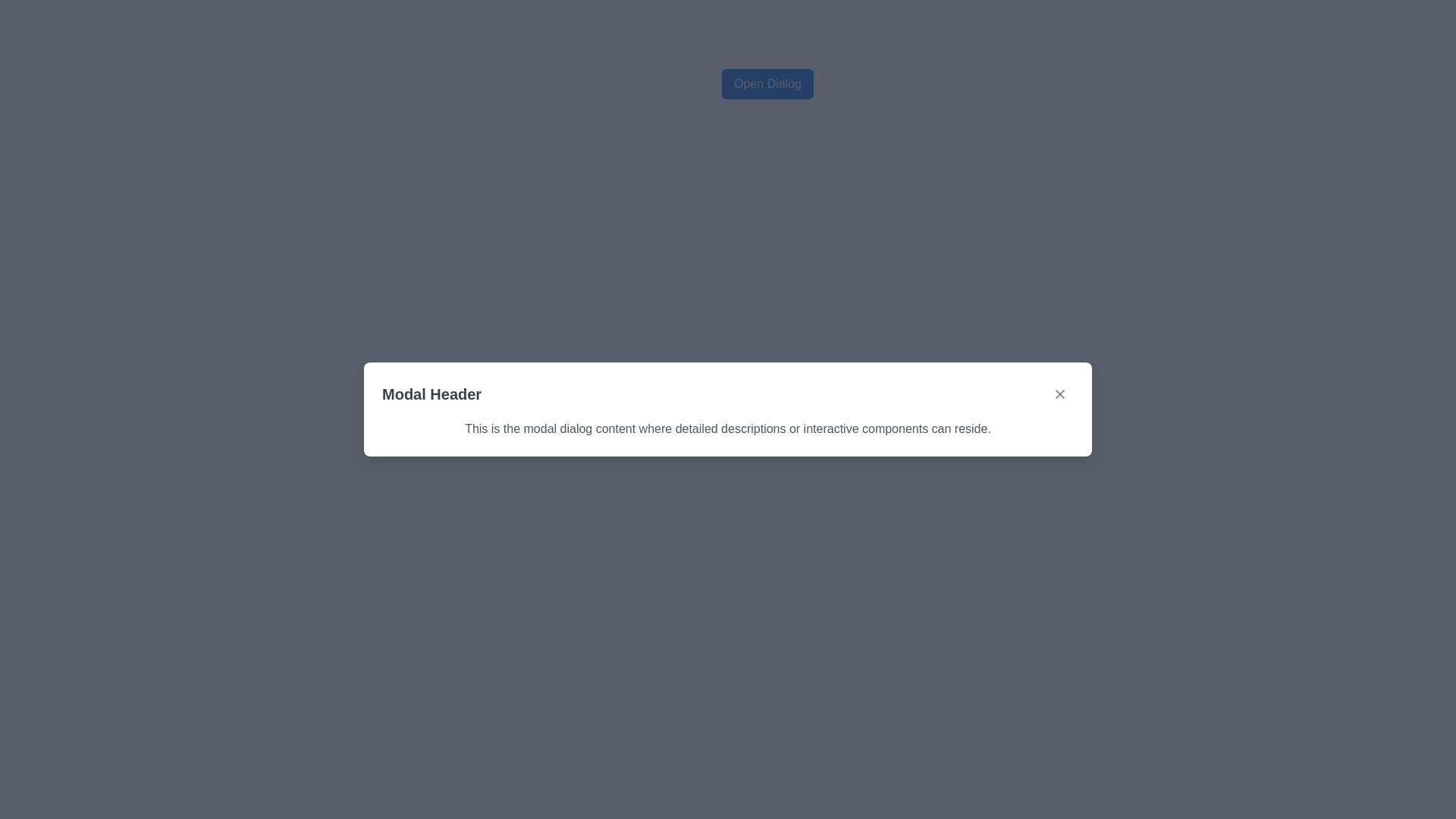 Image resolution: width=1456 pixels, height=819 pixels. What do you see at coordinates (1059, 394) in the screenshot?
I see `the close button located at the top-right corner of the modal dialog's header section` at bounding box center [1059, 394].